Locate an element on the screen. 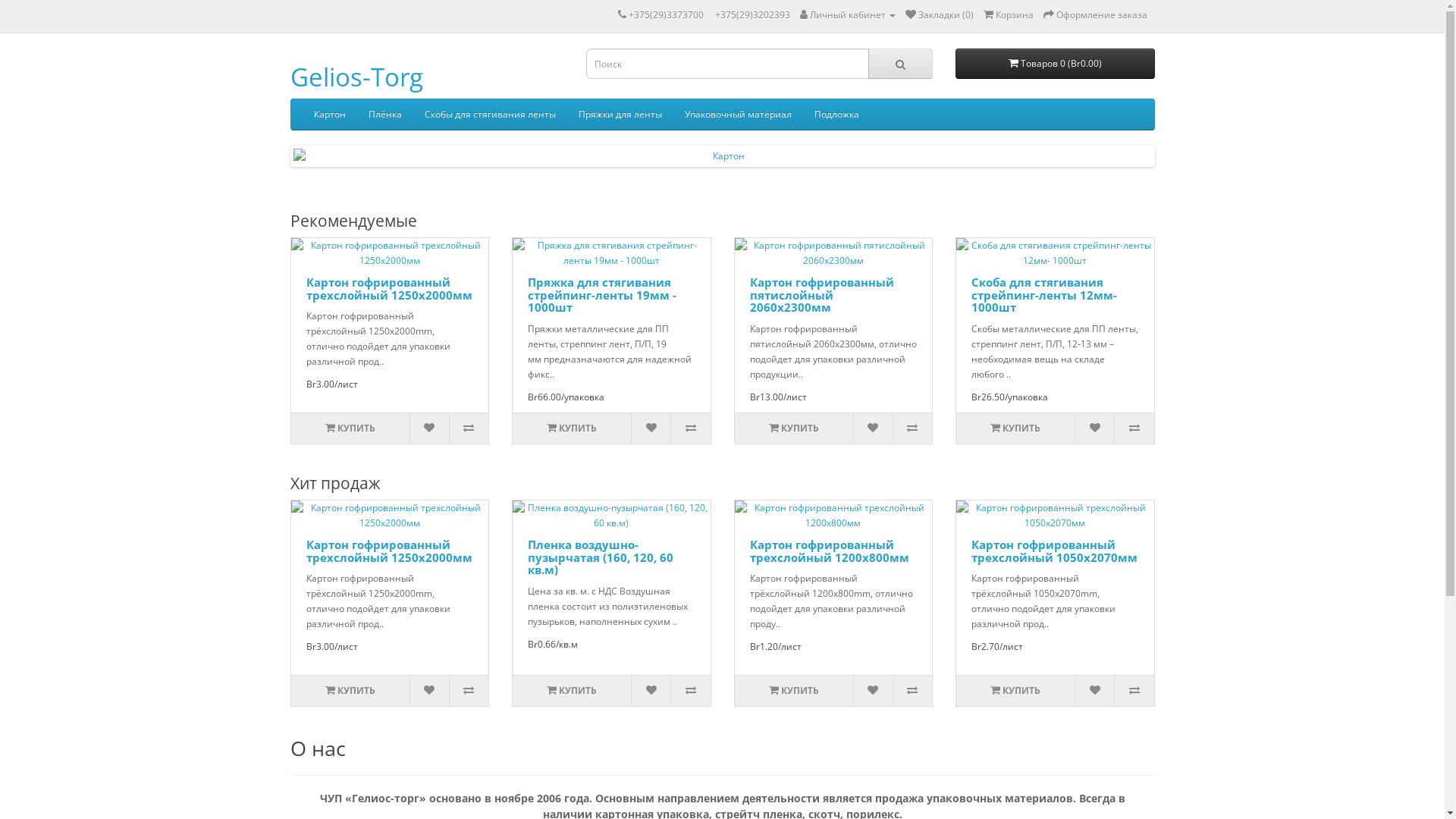 The image size is (1456, 819). '+375(29)3373700' is located at coordinates (665, 14).